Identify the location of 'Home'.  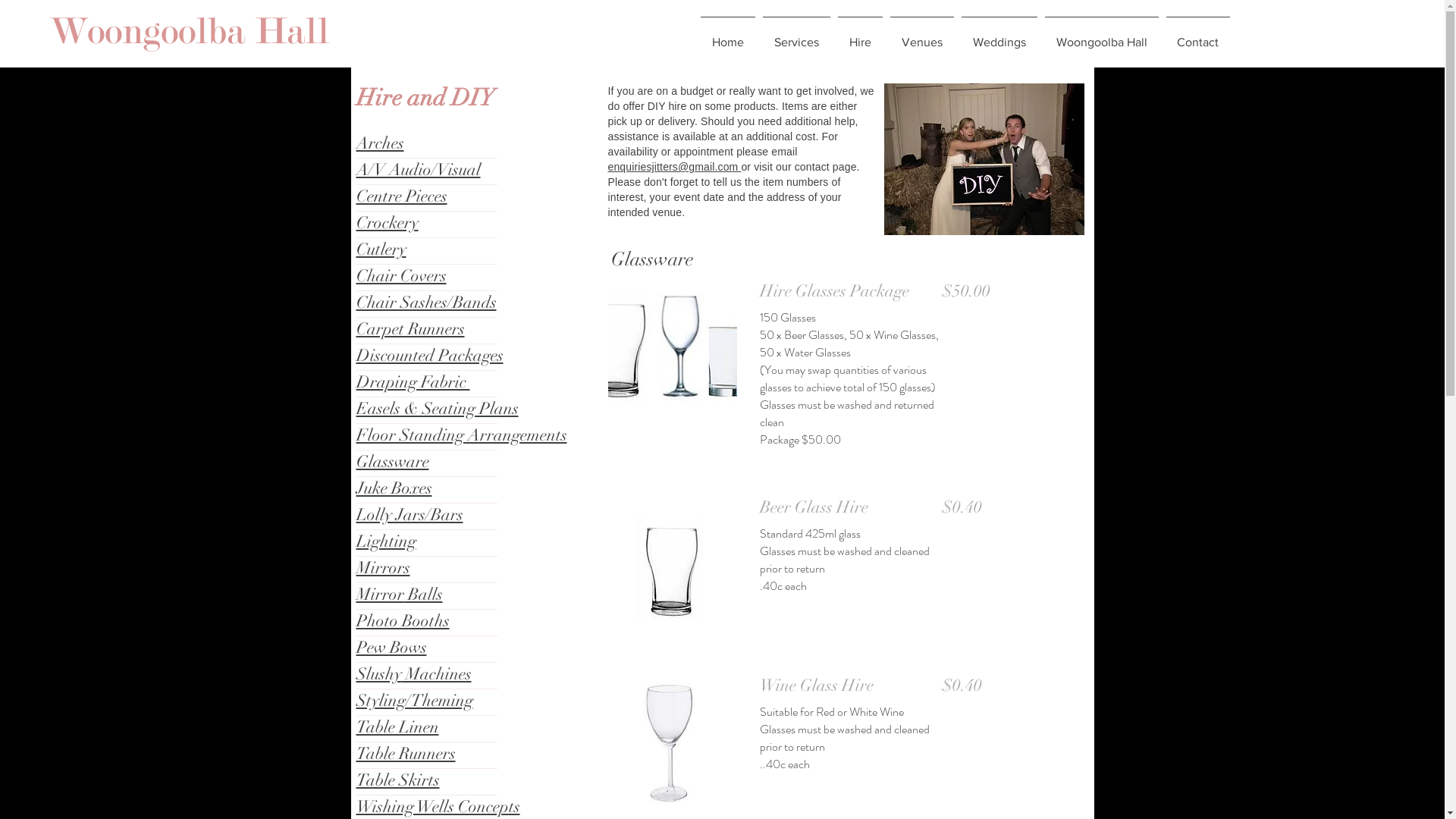
(726, 34).